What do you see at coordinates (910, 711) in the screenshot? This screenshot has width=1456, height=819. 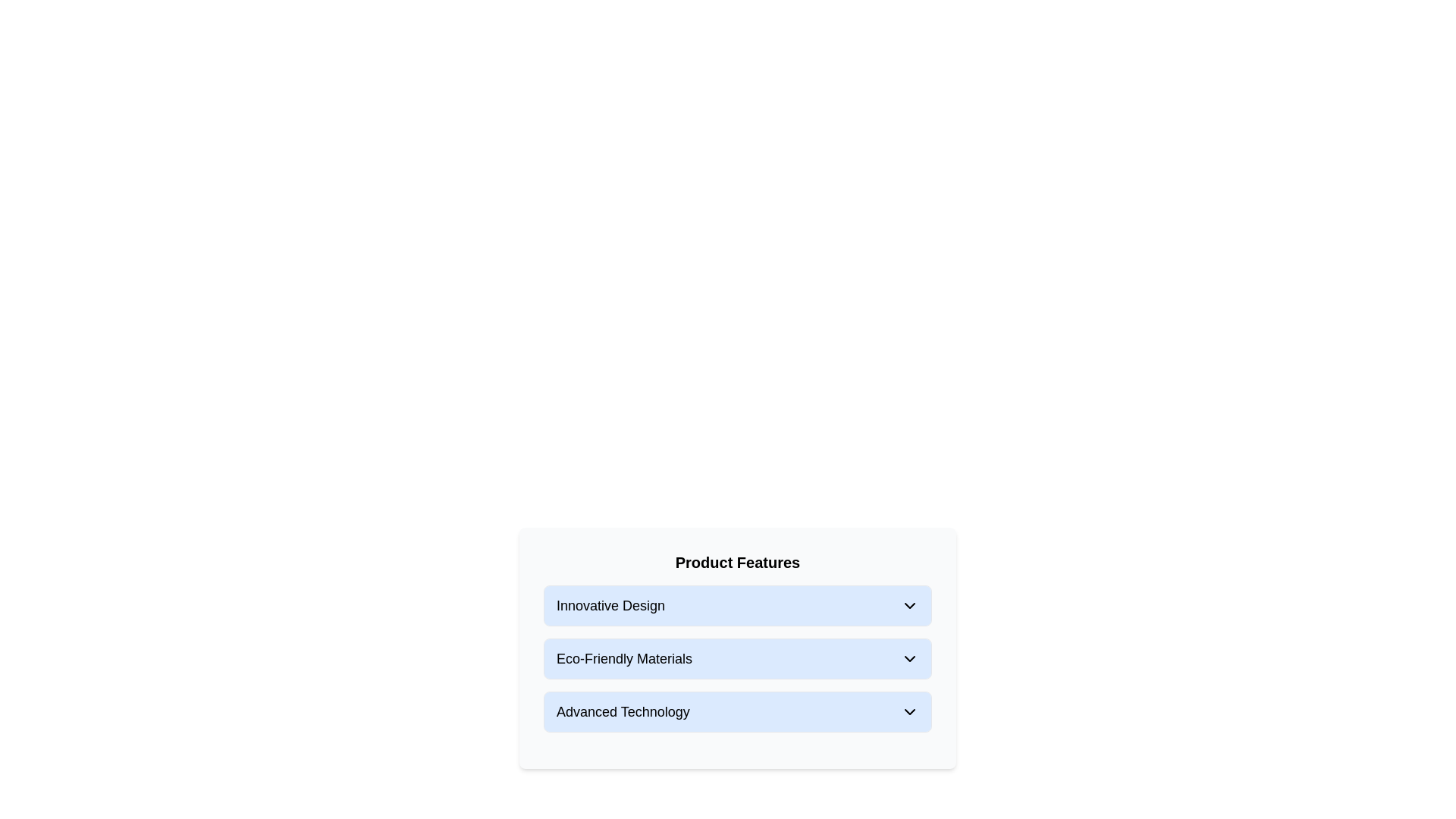 I see `the downward-pointing chevron icon on the top-right side of the 'Advanced Technology' button` at bounding box center [910, 711].